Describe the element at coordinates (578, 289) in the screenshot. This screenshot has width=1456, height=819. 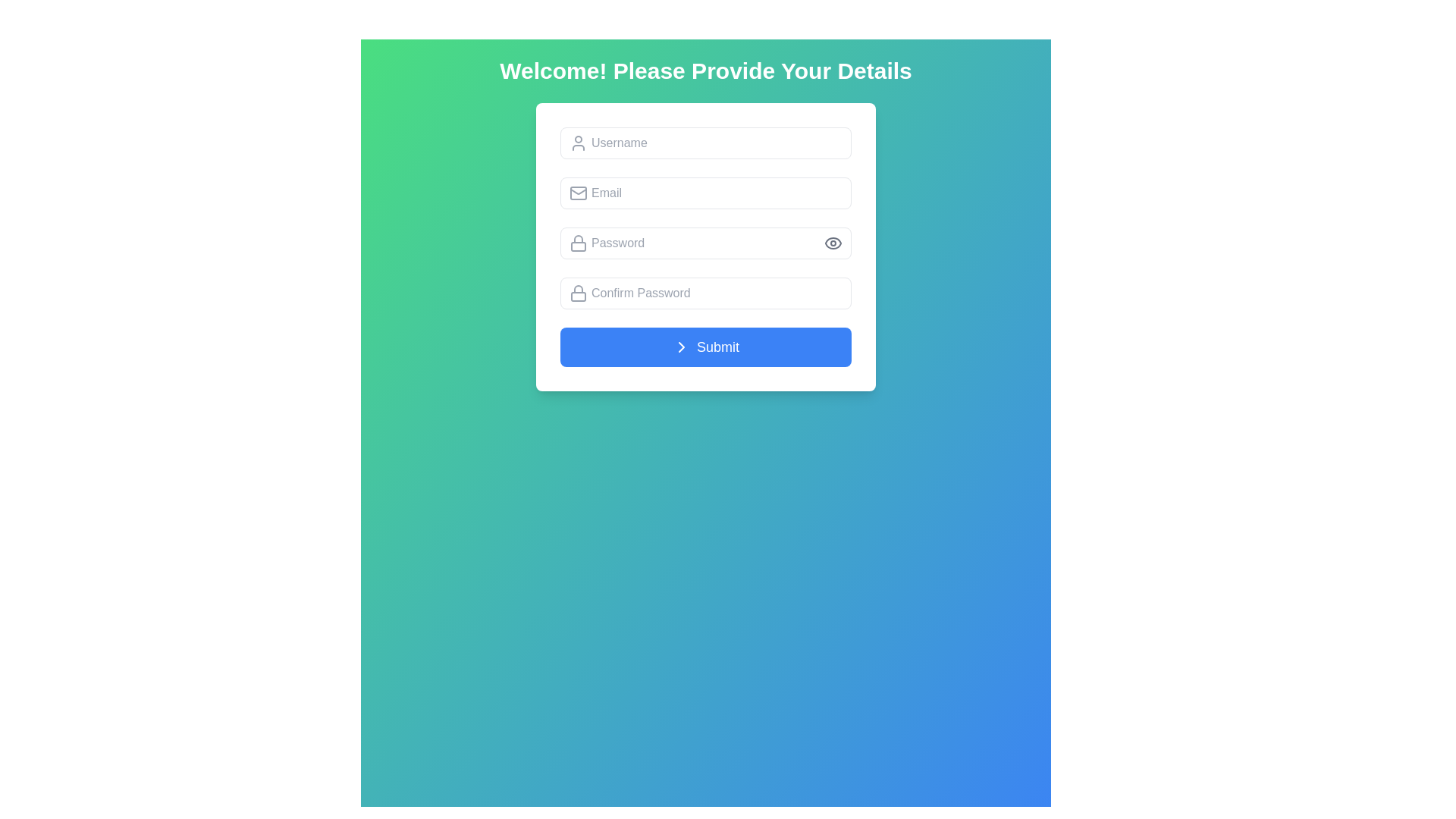
I see `the upper section of the lock icon, which is adjacent to the 'Confirm Password' input field, to signify security options` at that location.